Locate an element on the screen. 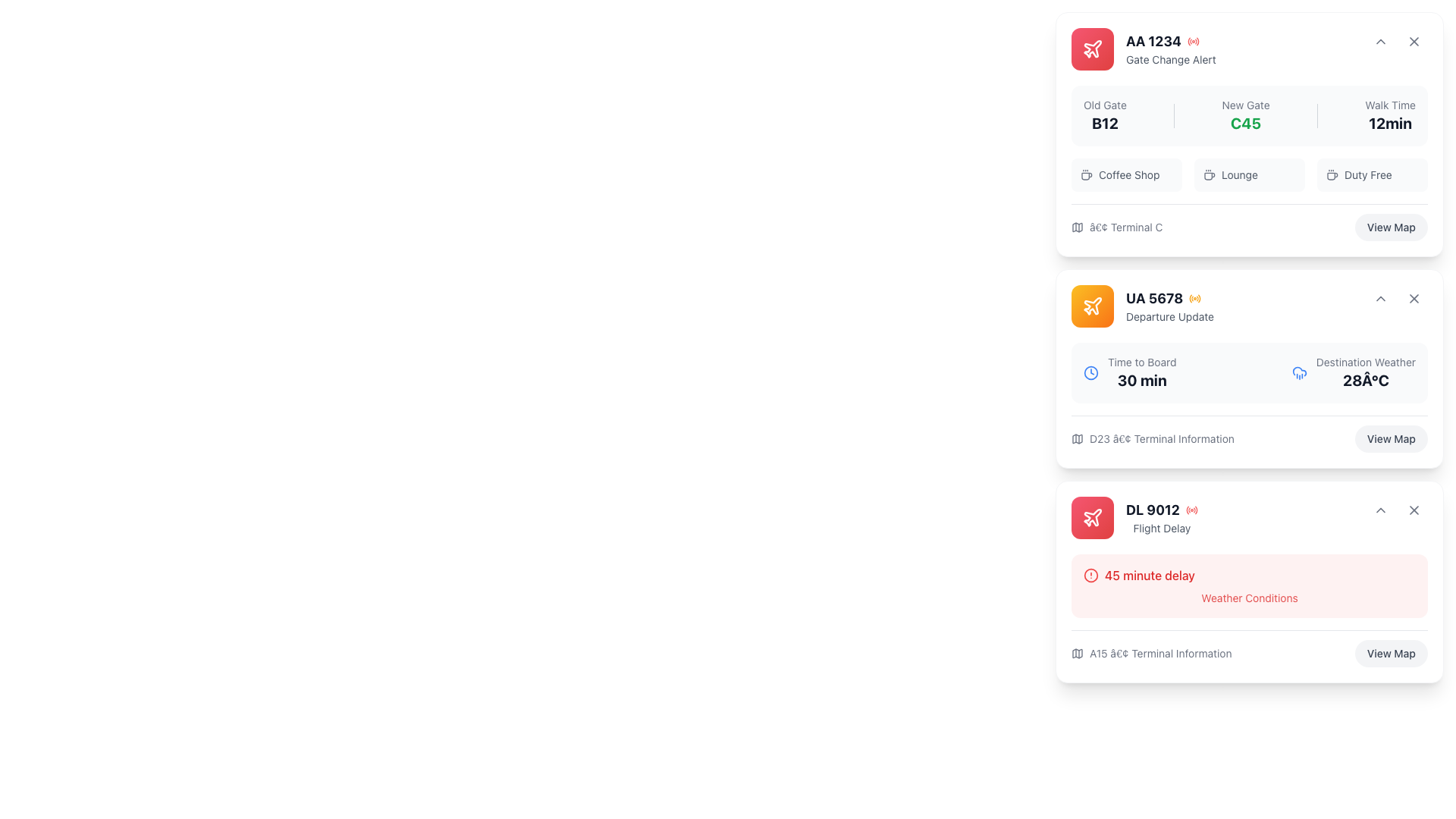 The image size is (1456, 819). the text display that notifies the user about a 45-minute delay, located in the bottom-most card and to the right of a warning indicator is located at coordinates (1150, 576).